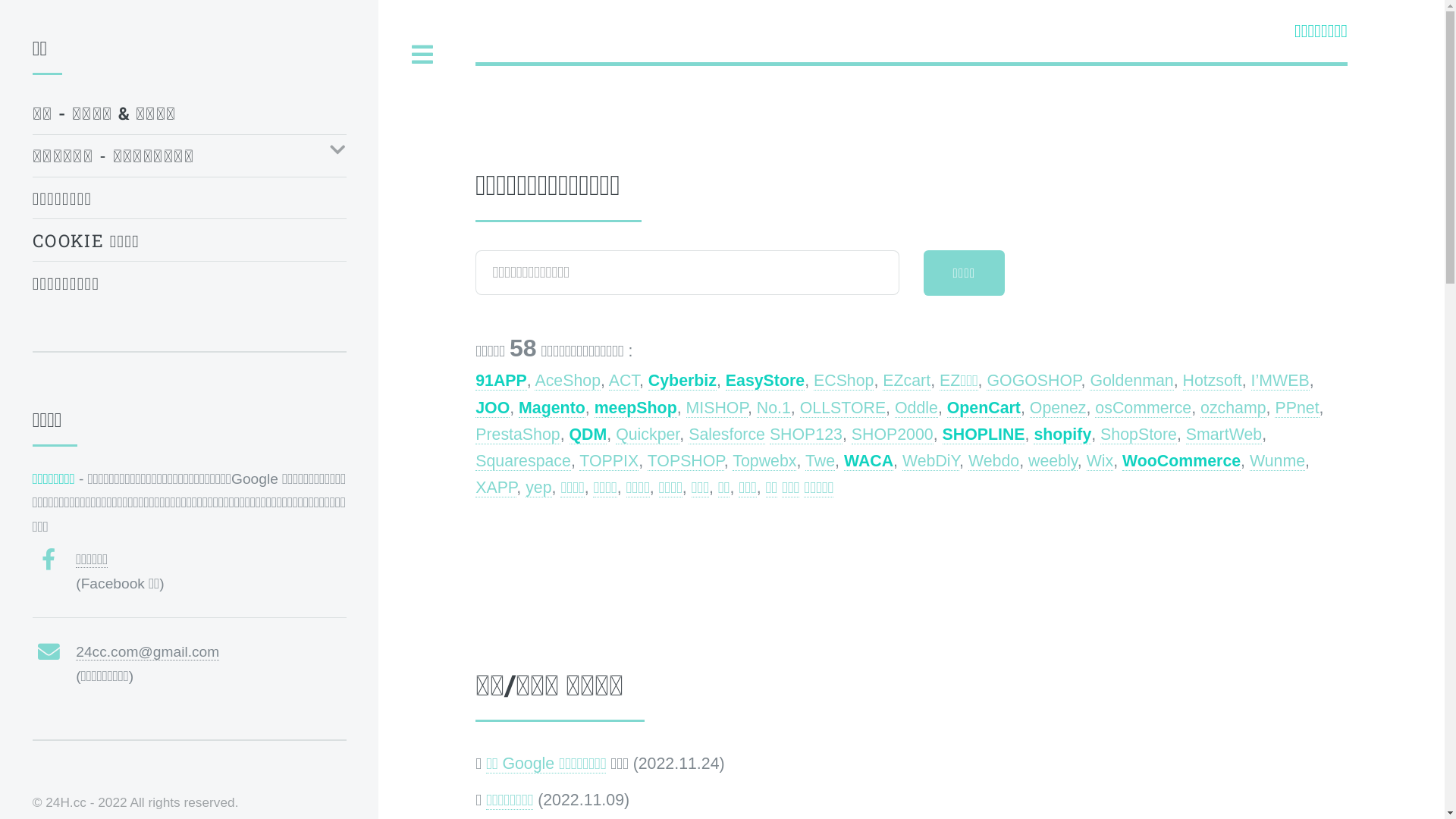 The width and height of the screenshot is (1456, 819). What do you see at coordinates (422, 54) in the screenshot?
I see `'Toggle'` at bounding box center [422, 54].